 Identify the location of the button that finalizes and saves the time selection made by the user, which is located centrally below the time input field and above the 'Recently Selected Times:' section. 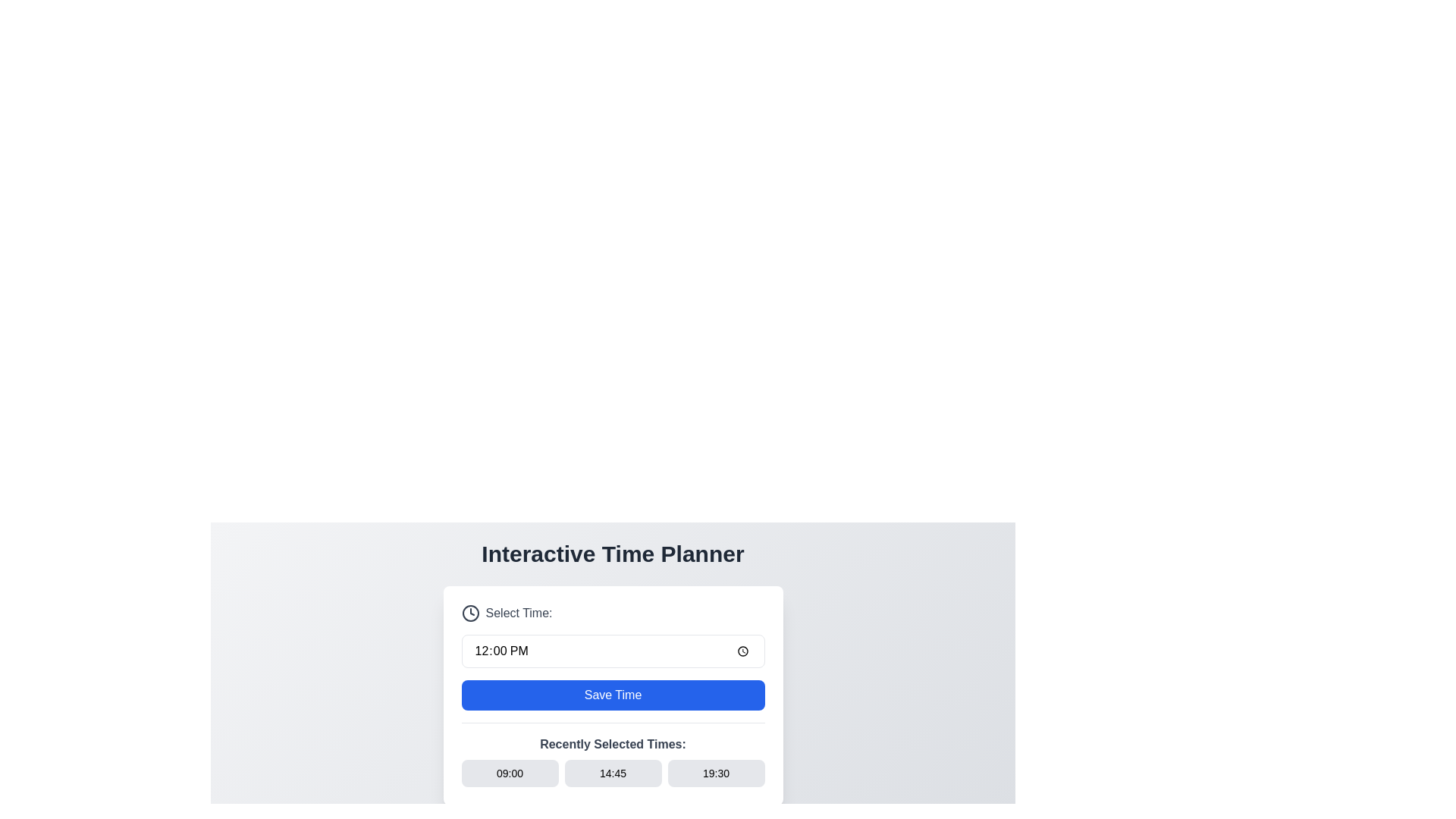
(613, 695).